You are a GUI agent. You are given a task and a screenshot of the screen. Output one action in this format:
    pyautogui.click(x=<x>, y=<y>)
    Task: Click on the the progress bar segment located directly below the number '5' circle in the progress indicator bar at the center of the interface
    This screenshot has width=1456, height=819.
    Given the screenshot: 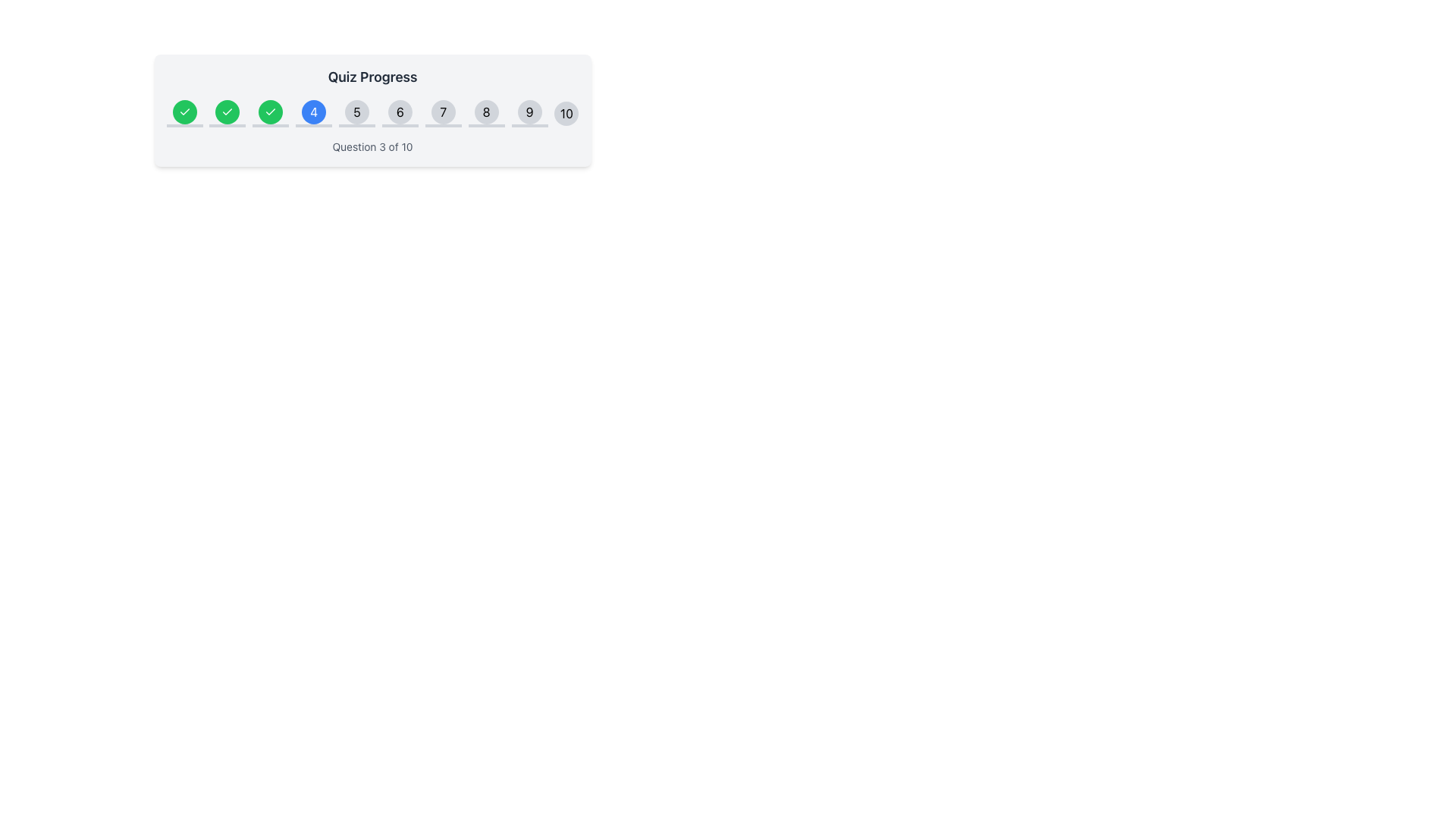 What is the action you would take?
    pyautogui.click(x=356, y=124)
    